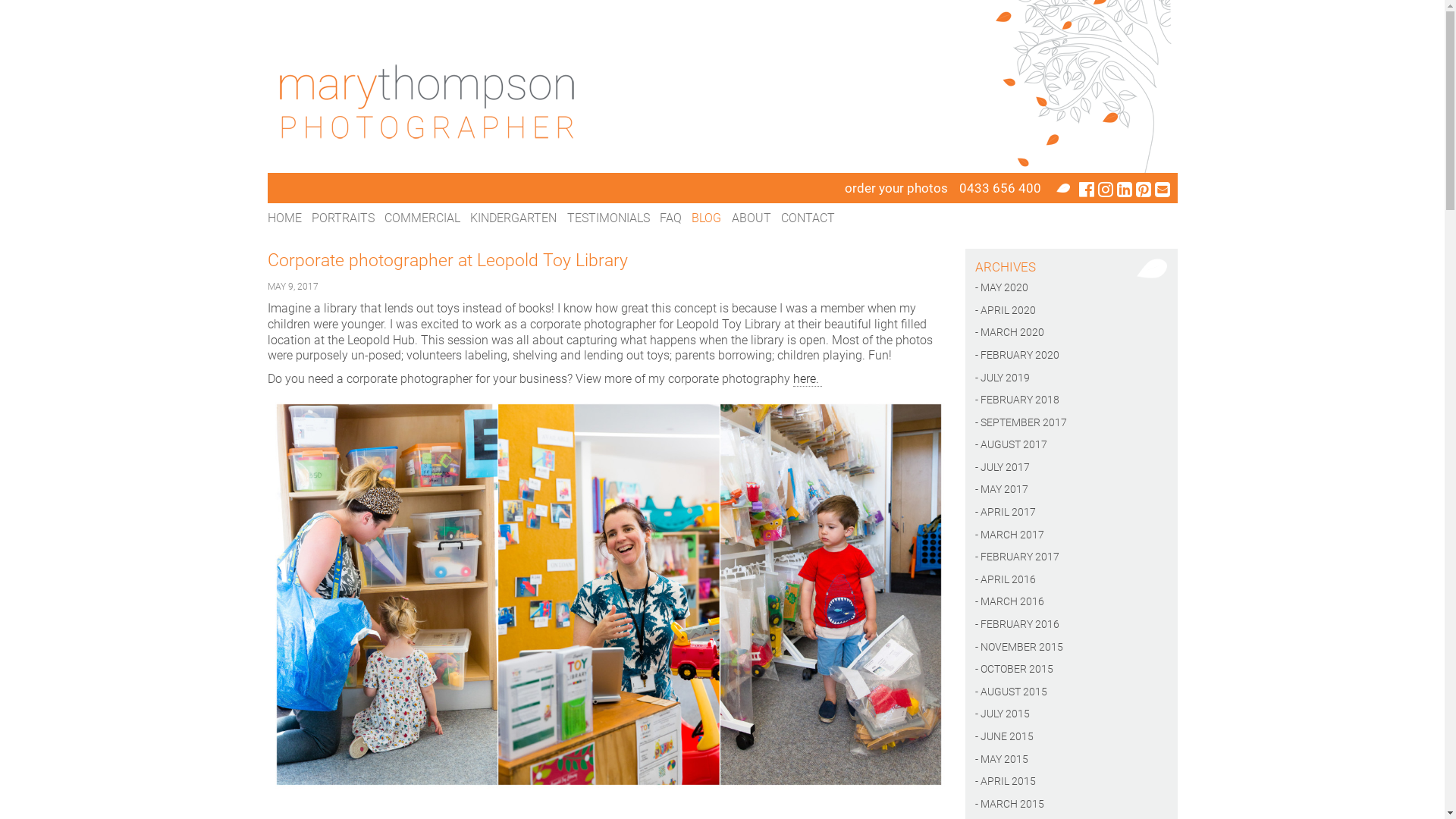 The height and width of the screenshot is (819, 1456). I want to click on 'MARCH 2016', so click(1070, 601).